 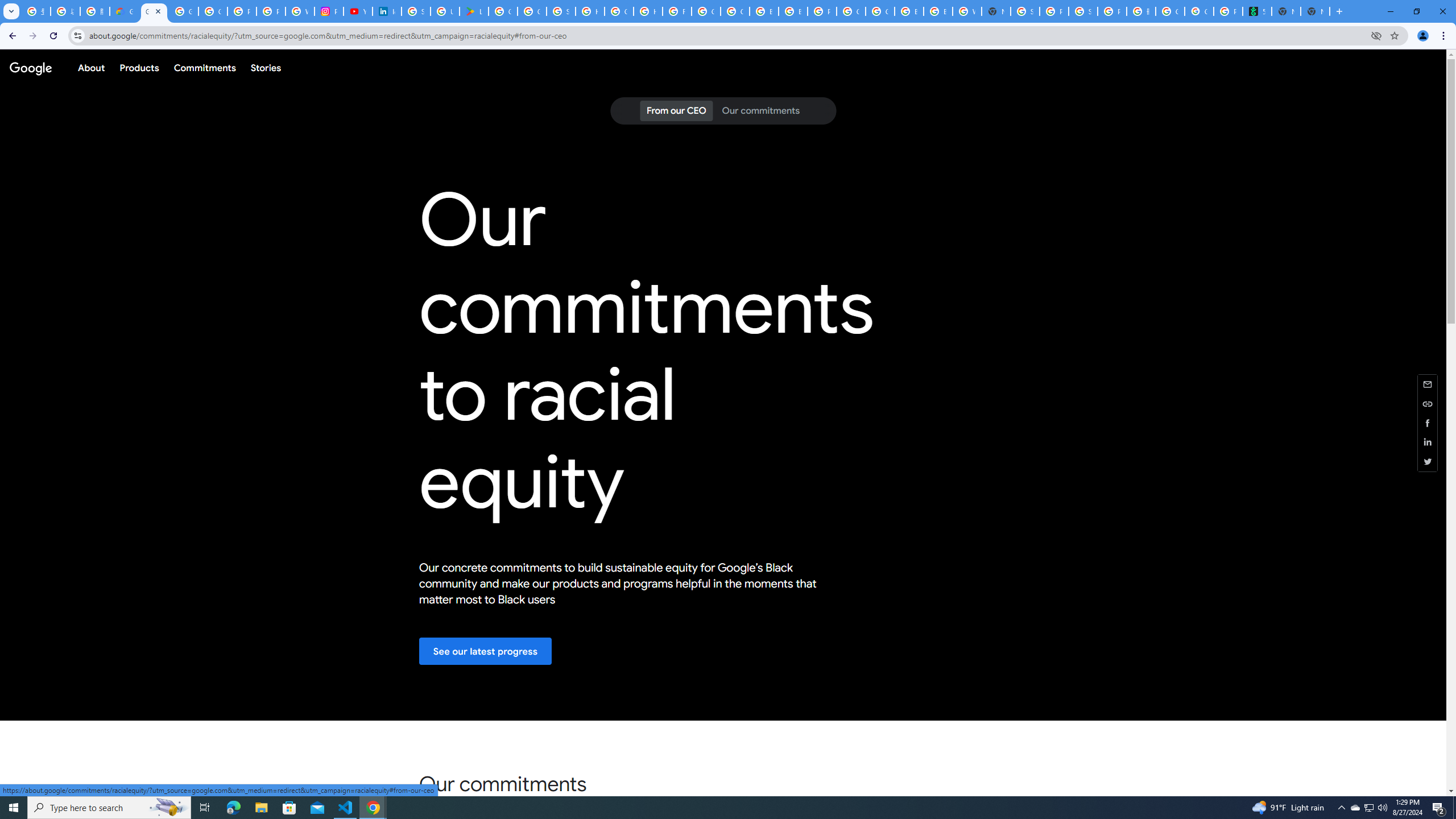 What do you see at coordinates (30, 67) in the screenshot?
I see `'Google'` at bounding box center [30, 67].